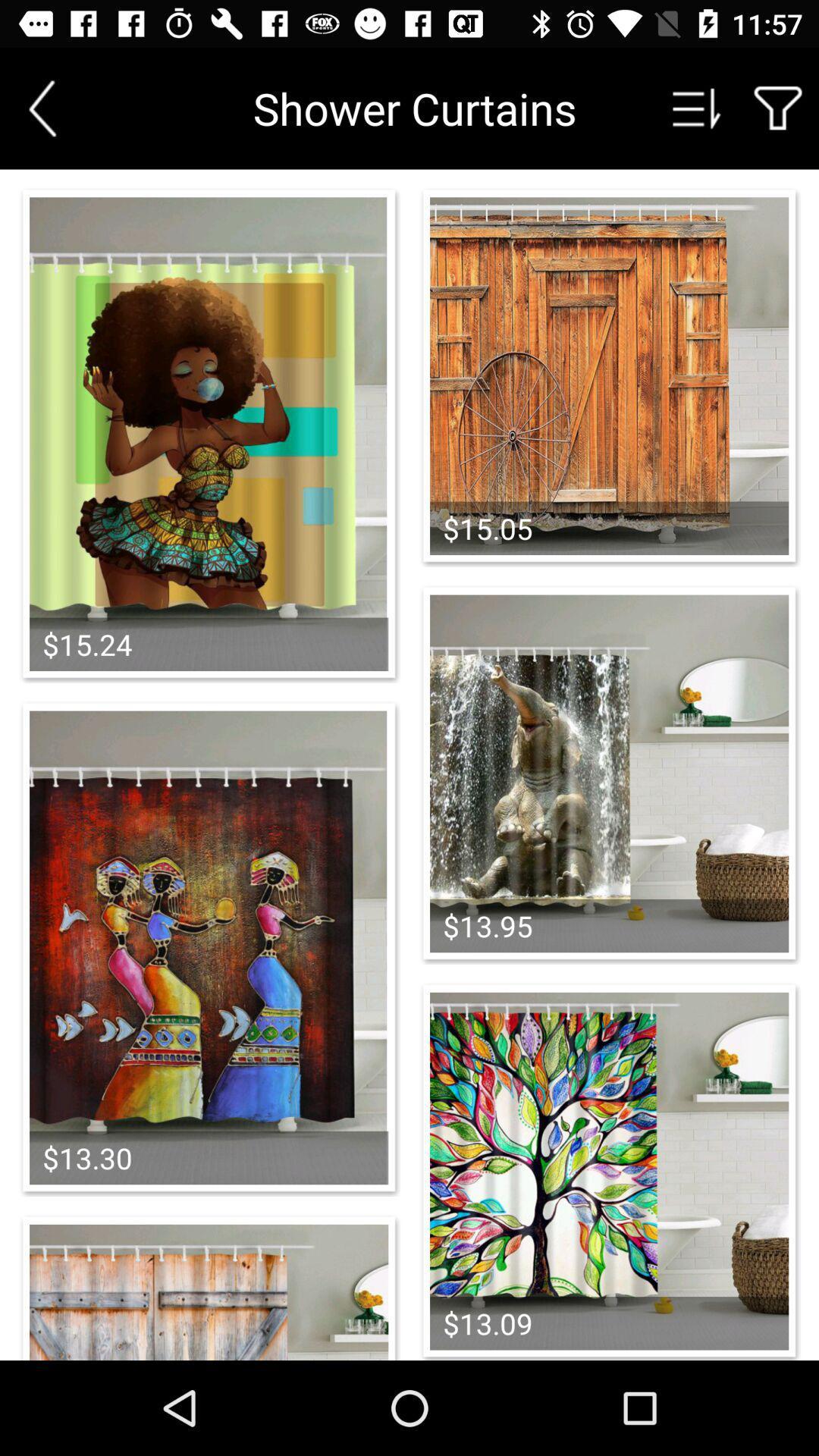 Image resolution: width=819 pixels, height=1456 pixels. Describe the element at coordinates (697, 108) in the screenshot. I see `the filter_list icon` at that location.